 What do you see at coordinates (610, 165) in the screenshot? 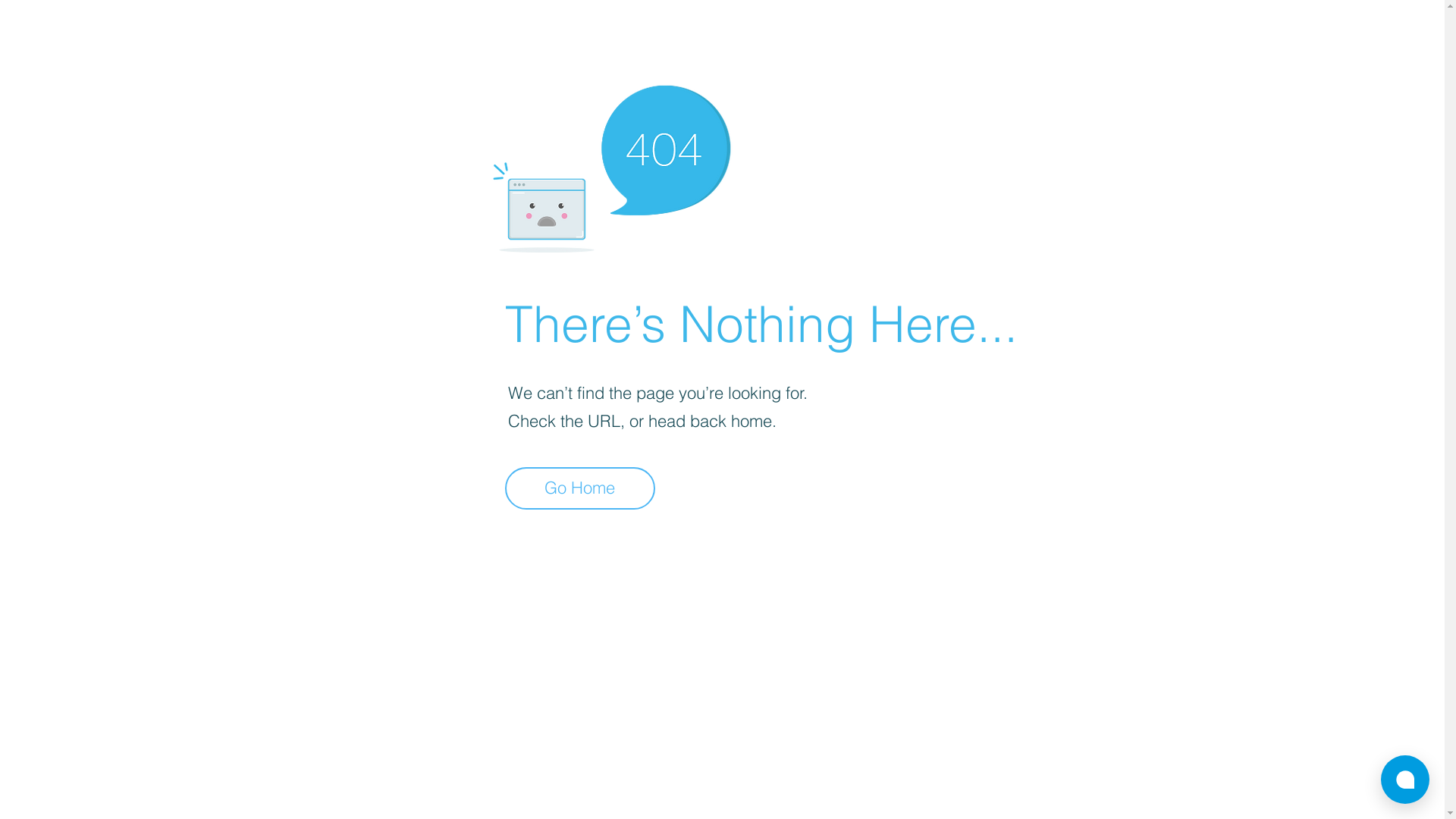
I see `'404-icon_2.png'` at bounding box center [610, 165].